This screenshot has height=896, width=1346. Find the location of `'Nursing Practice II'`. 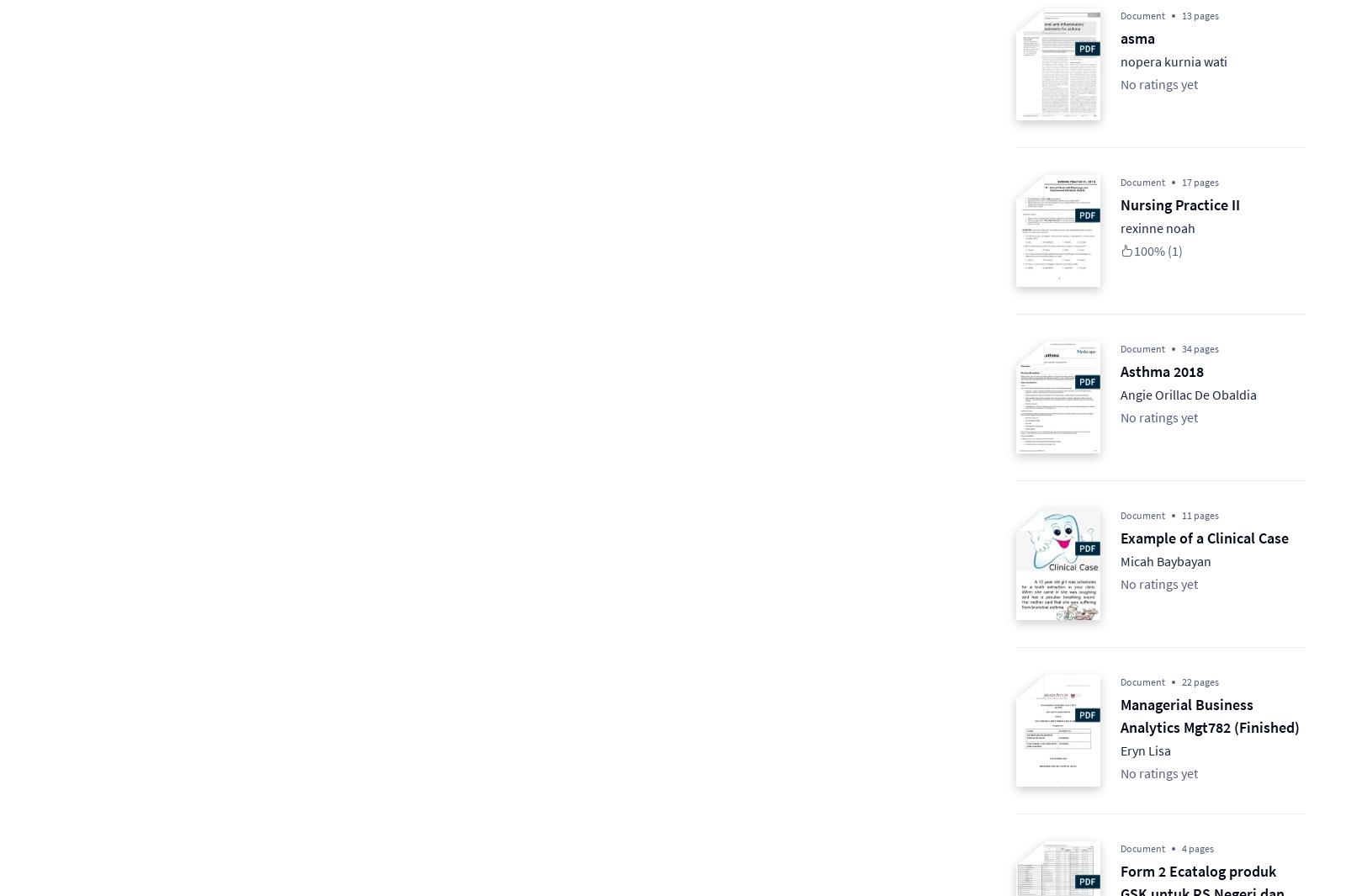

'Nursing Practice II' is located at coordinates (1120, 204).